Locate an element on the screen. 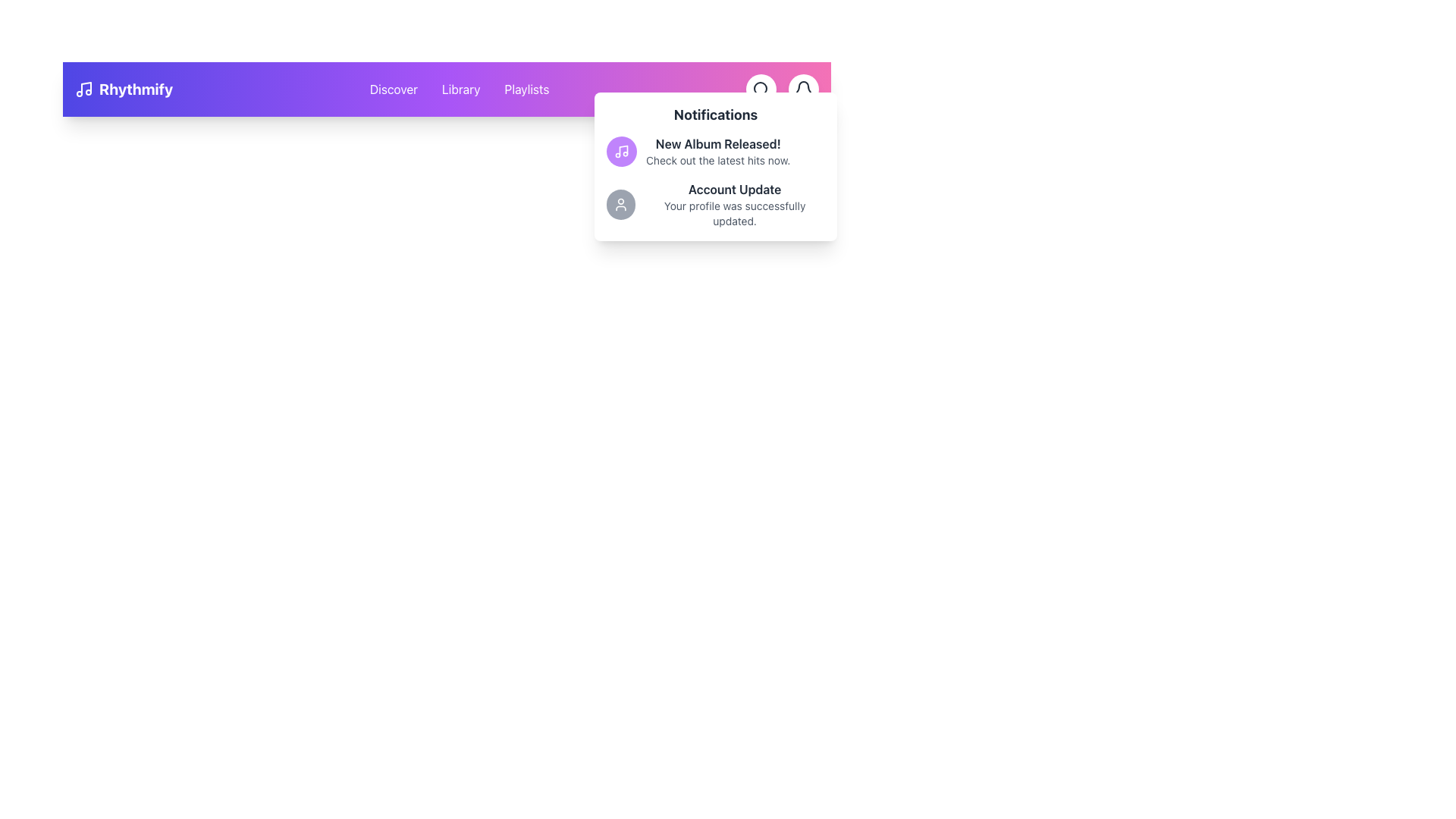 Image resolution: width=1456 pixels, height=819 pixels. the presence of the upper curved portion of the notification bell icon located in the rightmost section of the application's header bar is located at coordinates (803, 87).